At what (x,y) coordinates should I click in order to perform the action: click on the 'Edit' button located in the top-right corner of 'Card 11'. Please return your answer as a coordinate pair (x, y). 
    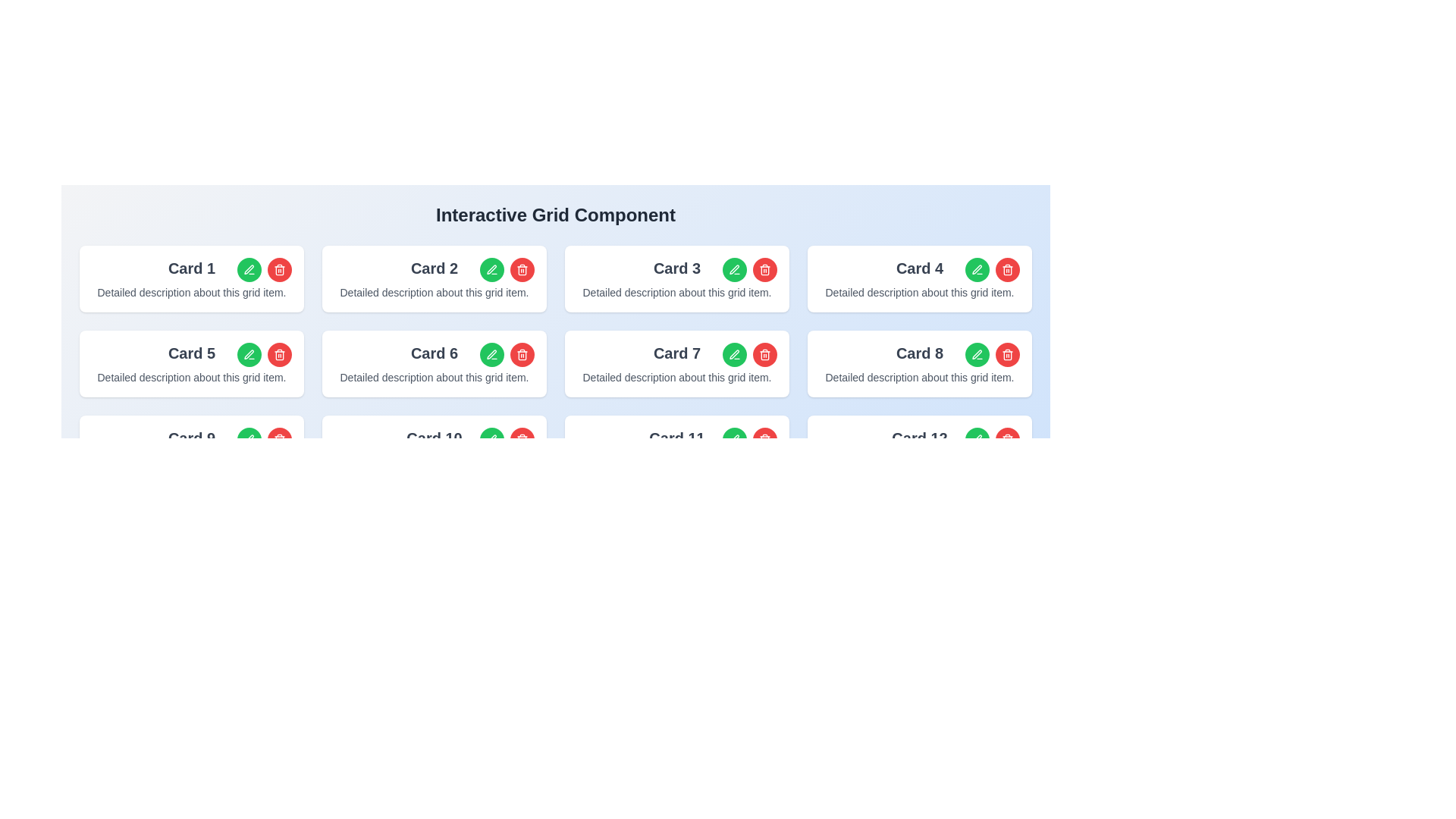
    Looking at the image, I should click on (735, 439).